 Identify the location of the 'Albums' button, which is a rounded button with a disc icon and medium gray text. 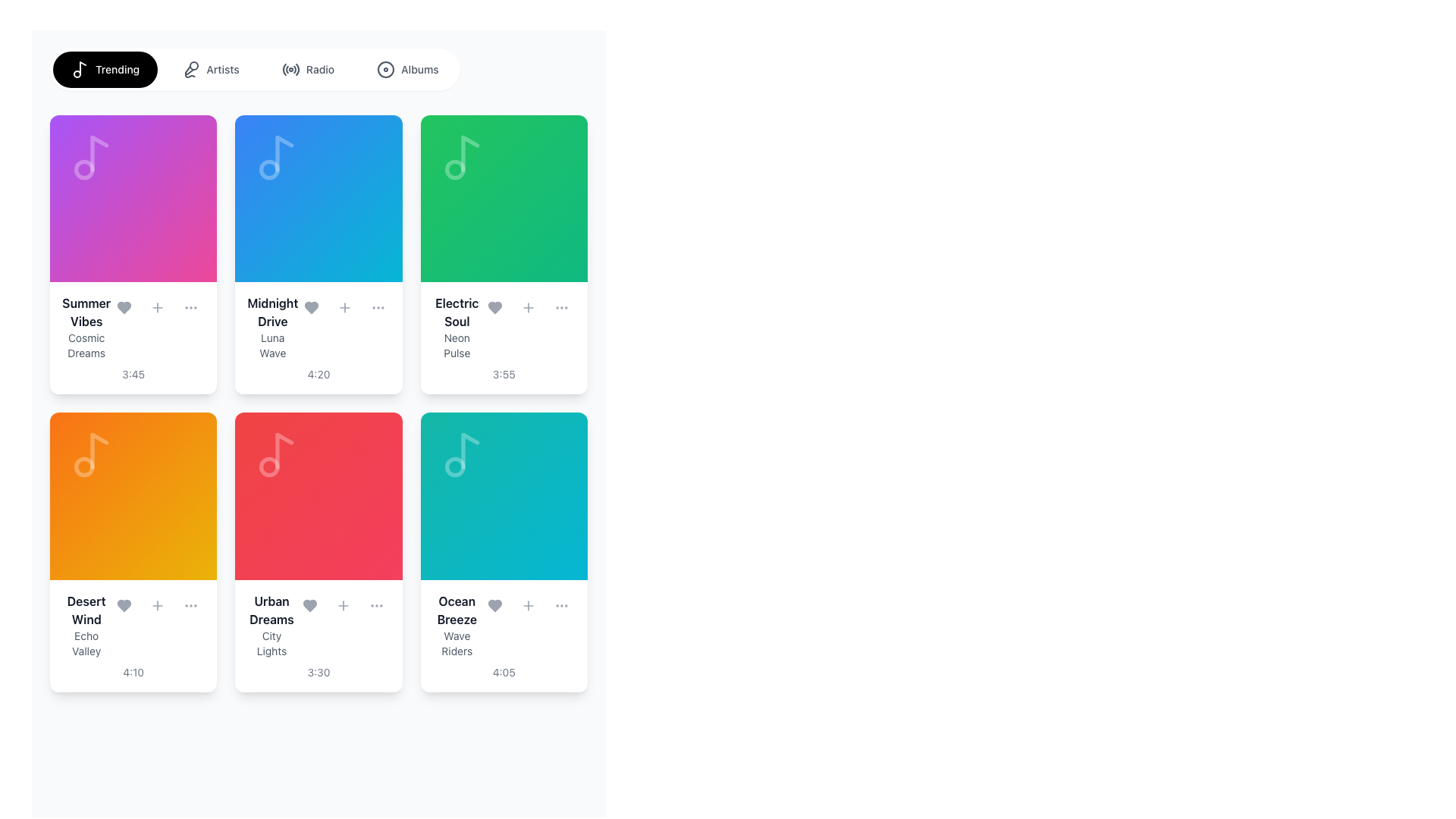
(407, 70).